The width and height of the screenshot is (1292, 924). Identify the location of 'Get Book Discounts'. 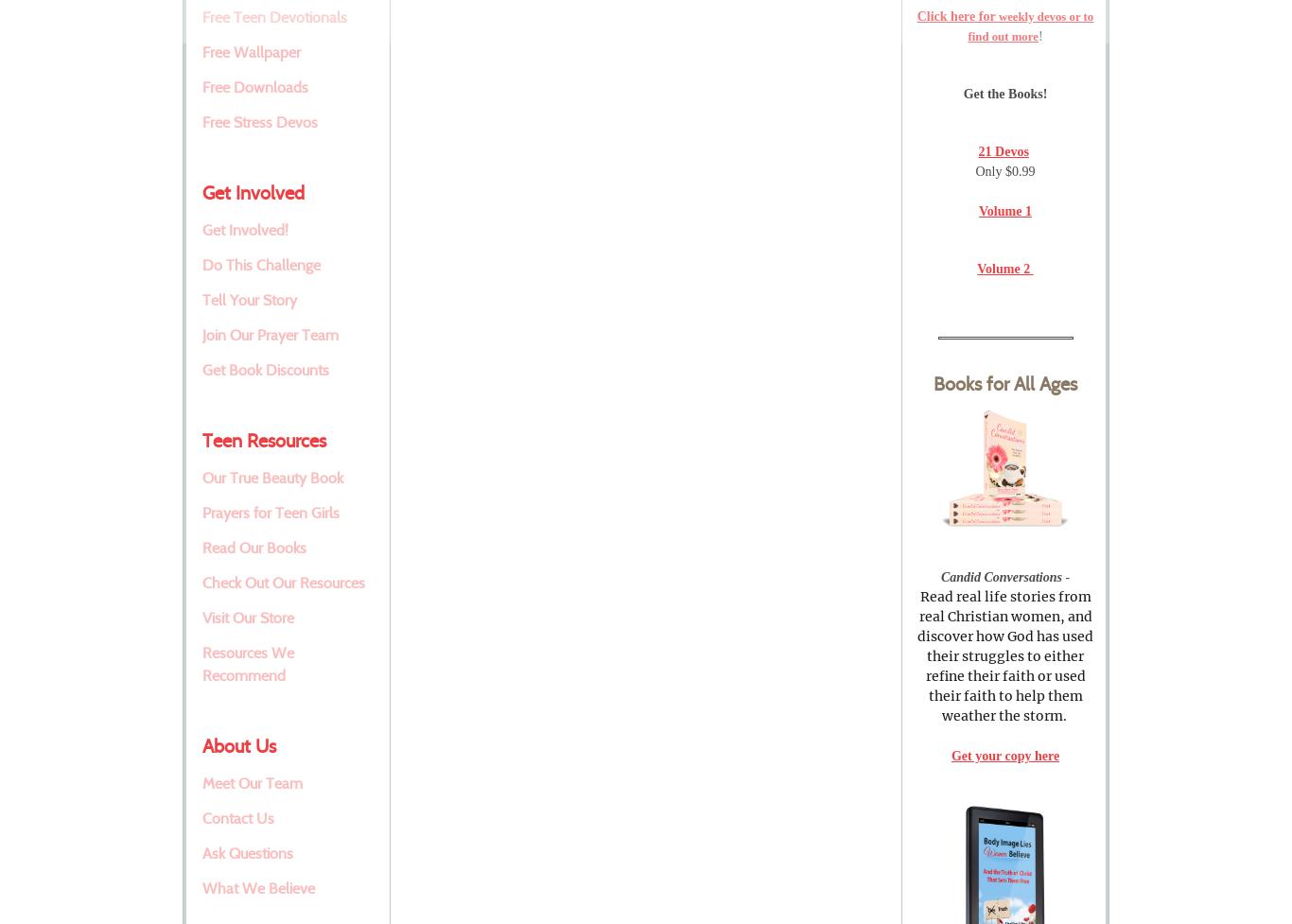
(265, 370).